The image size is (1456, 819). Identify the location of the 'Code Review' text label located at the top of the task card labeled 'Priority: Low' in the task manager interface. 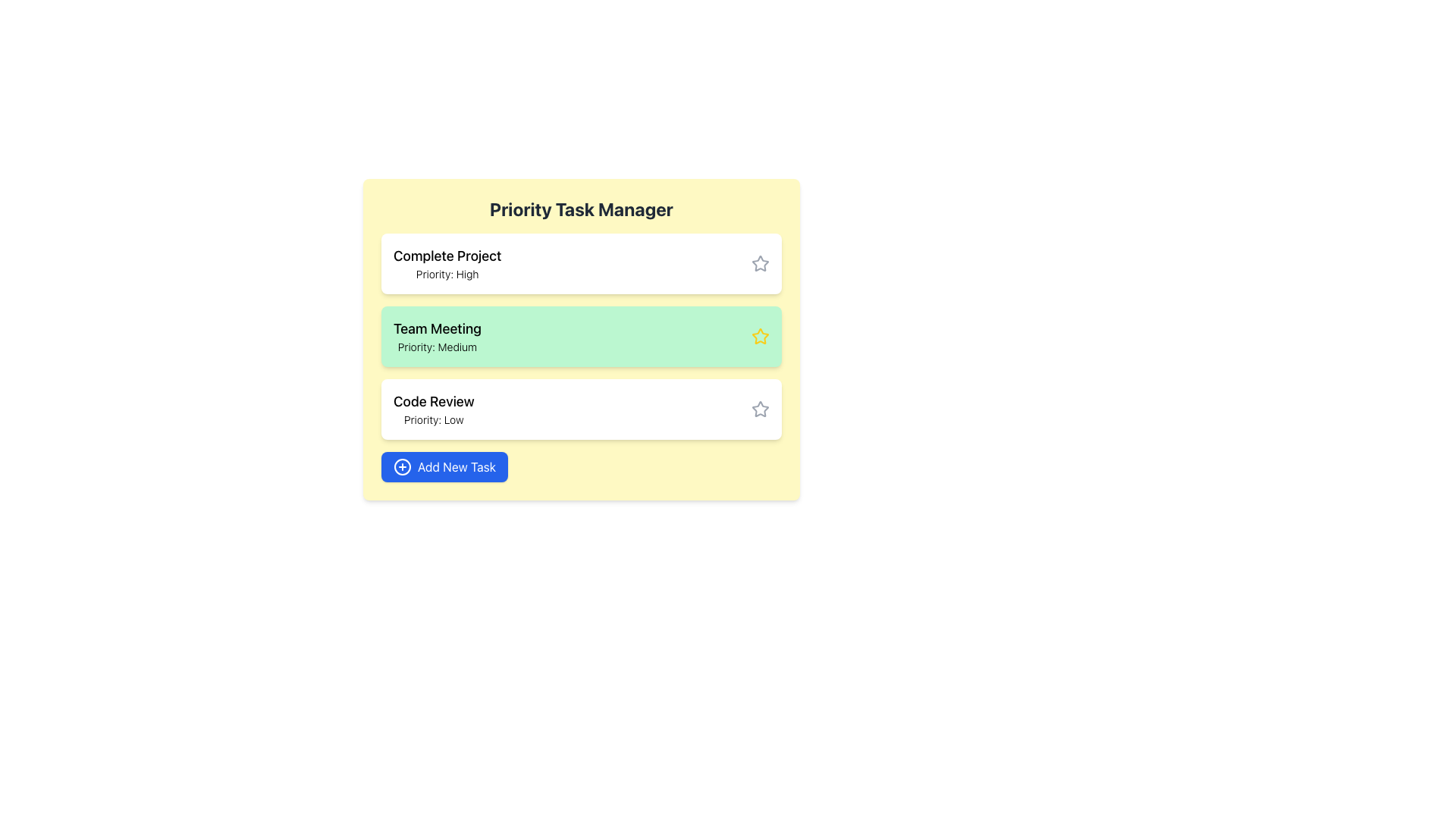
(433, 400).